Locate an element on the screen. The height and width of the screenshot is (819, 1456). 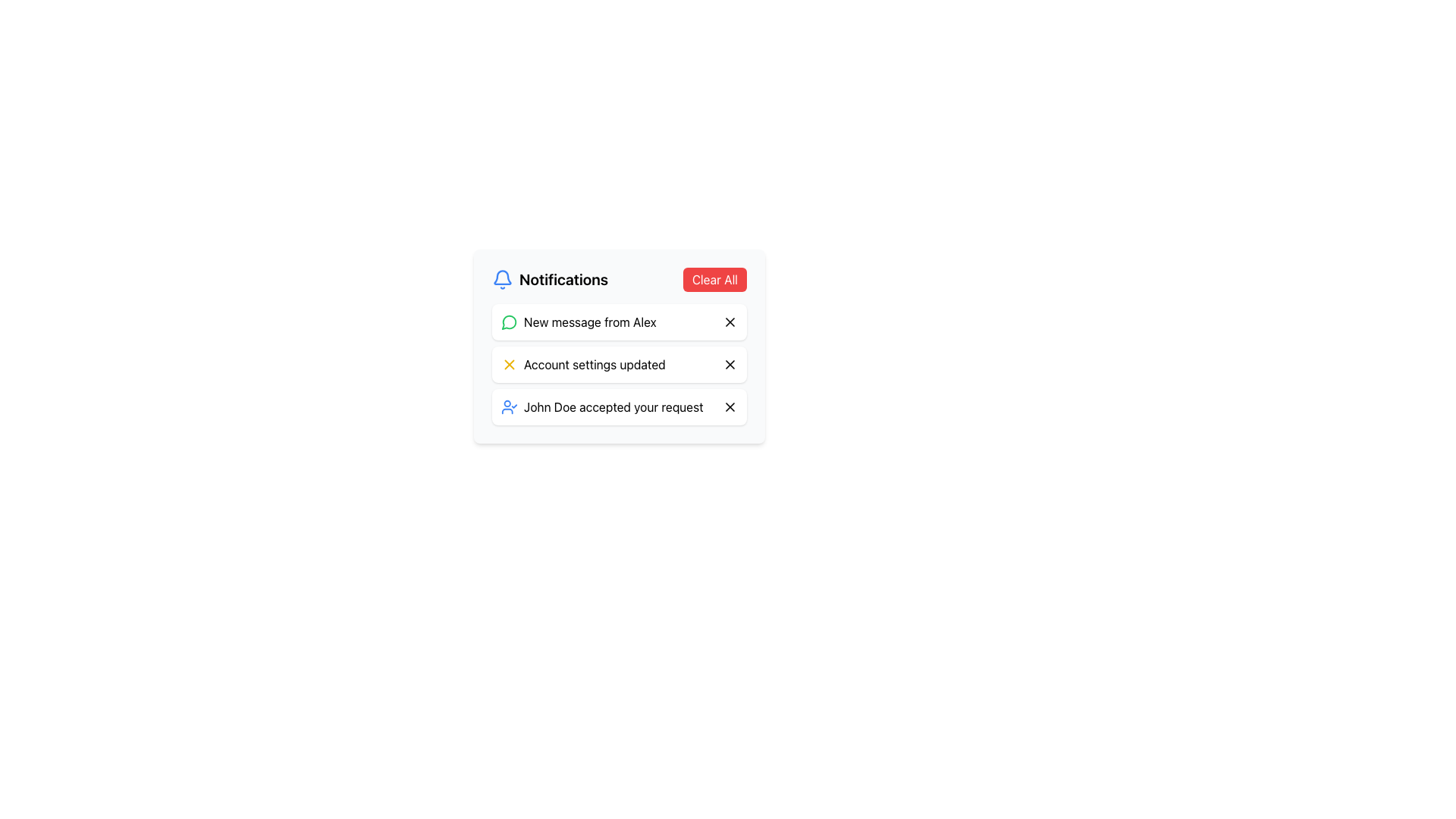
the small circular chat bubble icon filled with green hue located in the notification panel, to the left of the text 'New message from Alex' is located at coordinates (509, 322).